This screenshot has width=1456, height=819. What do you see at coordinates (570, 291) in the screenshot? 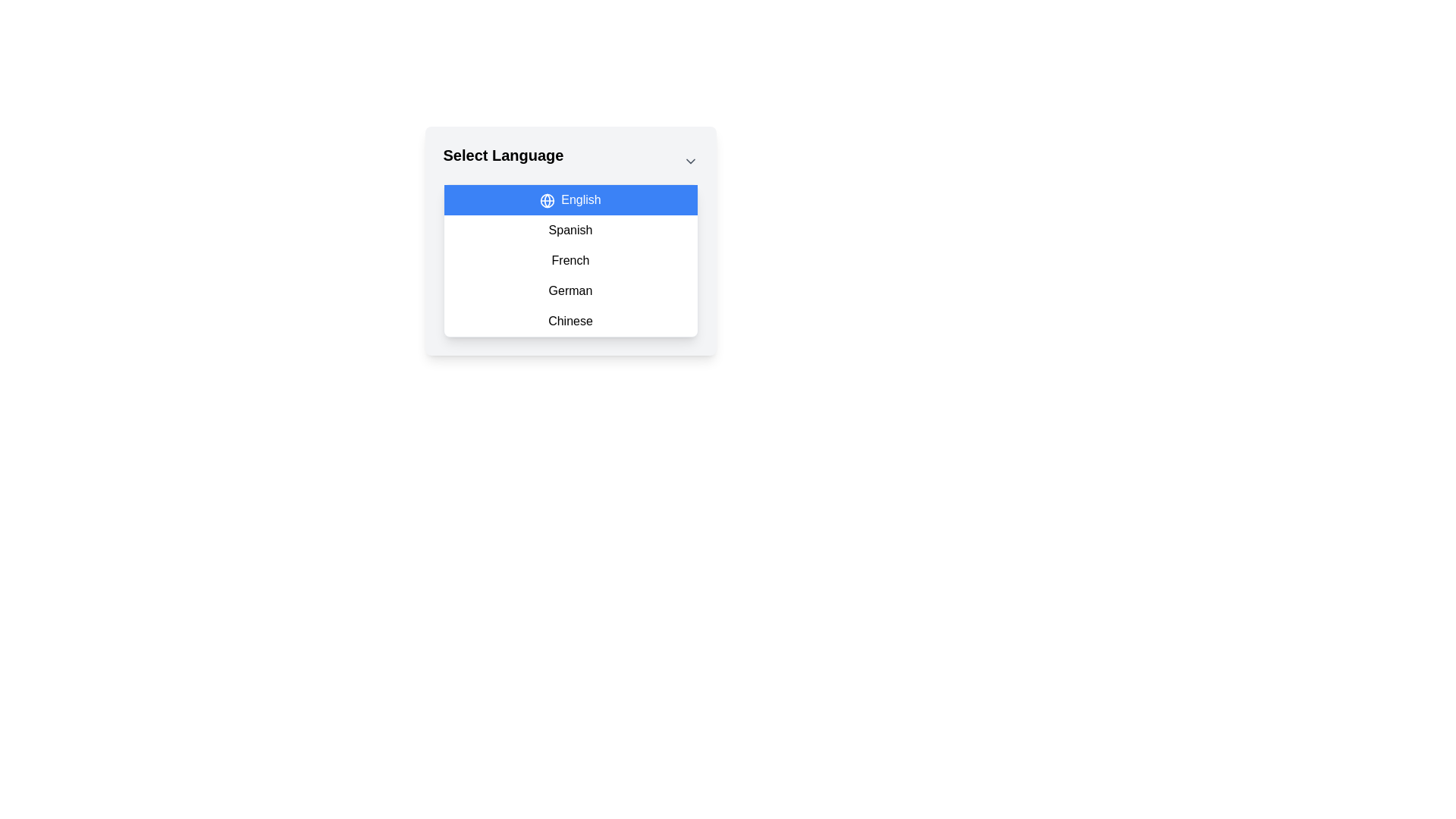
I see `the selectable text item for 'German' in the dropdown menu` at bounding box center [570, 291].